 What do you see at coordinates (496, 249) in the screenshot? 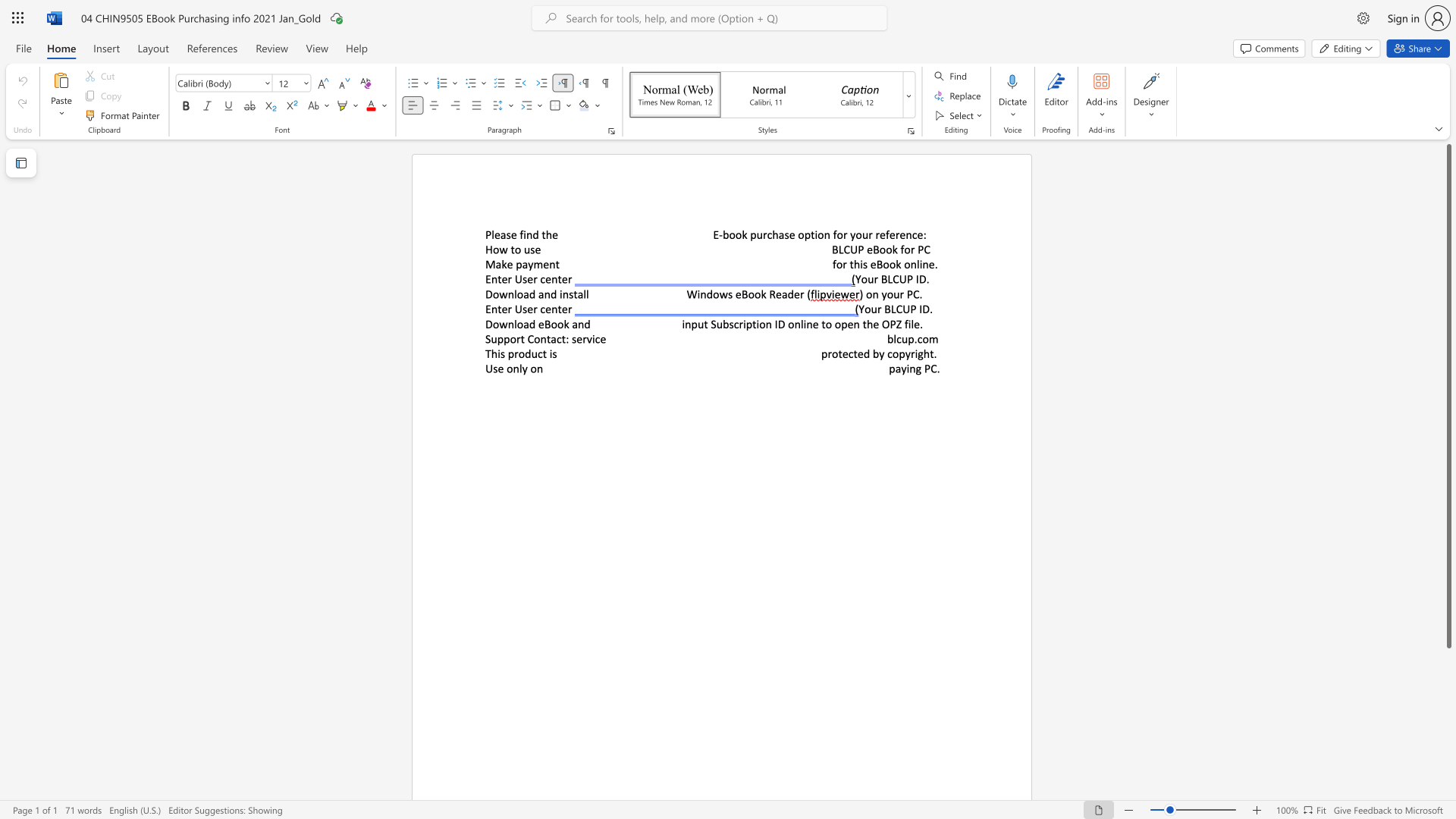
I see `the 1th character "o" in the text` at bounding box center [496, 249].